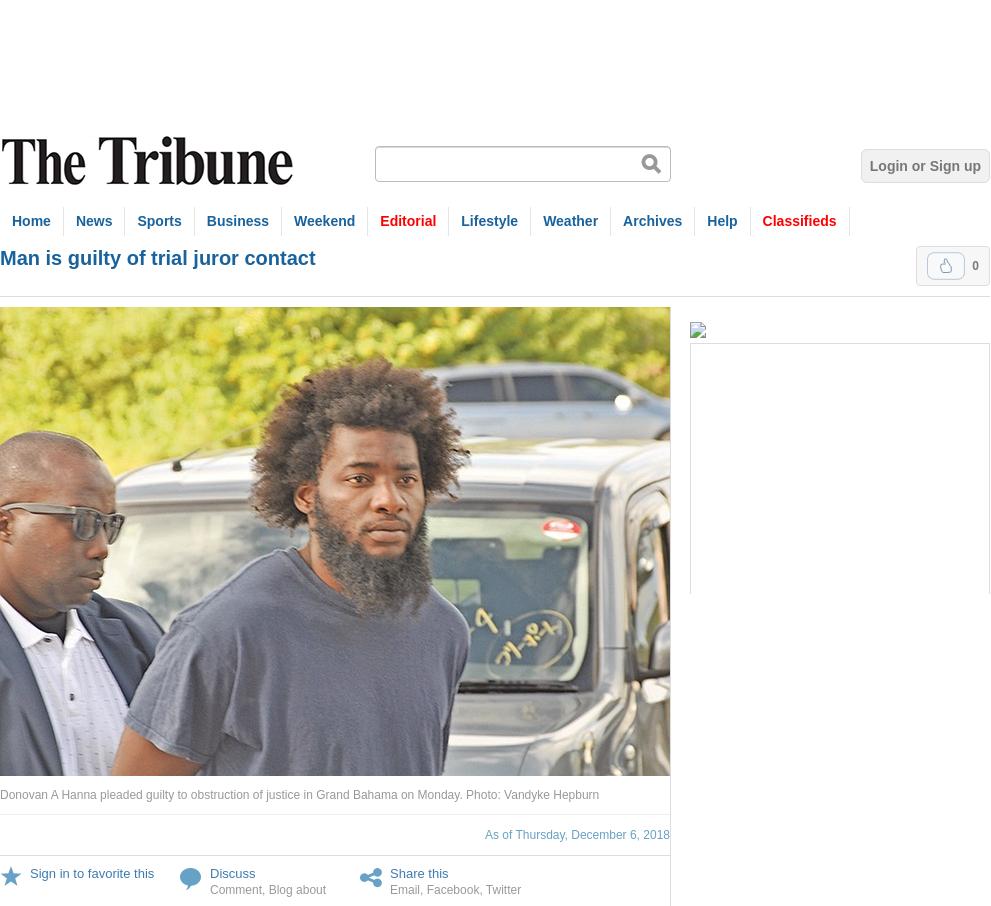  What do you see at coordinates (232, 873) in the screenshot?
I see `'Discuss'` at bounding box center [232, 873].